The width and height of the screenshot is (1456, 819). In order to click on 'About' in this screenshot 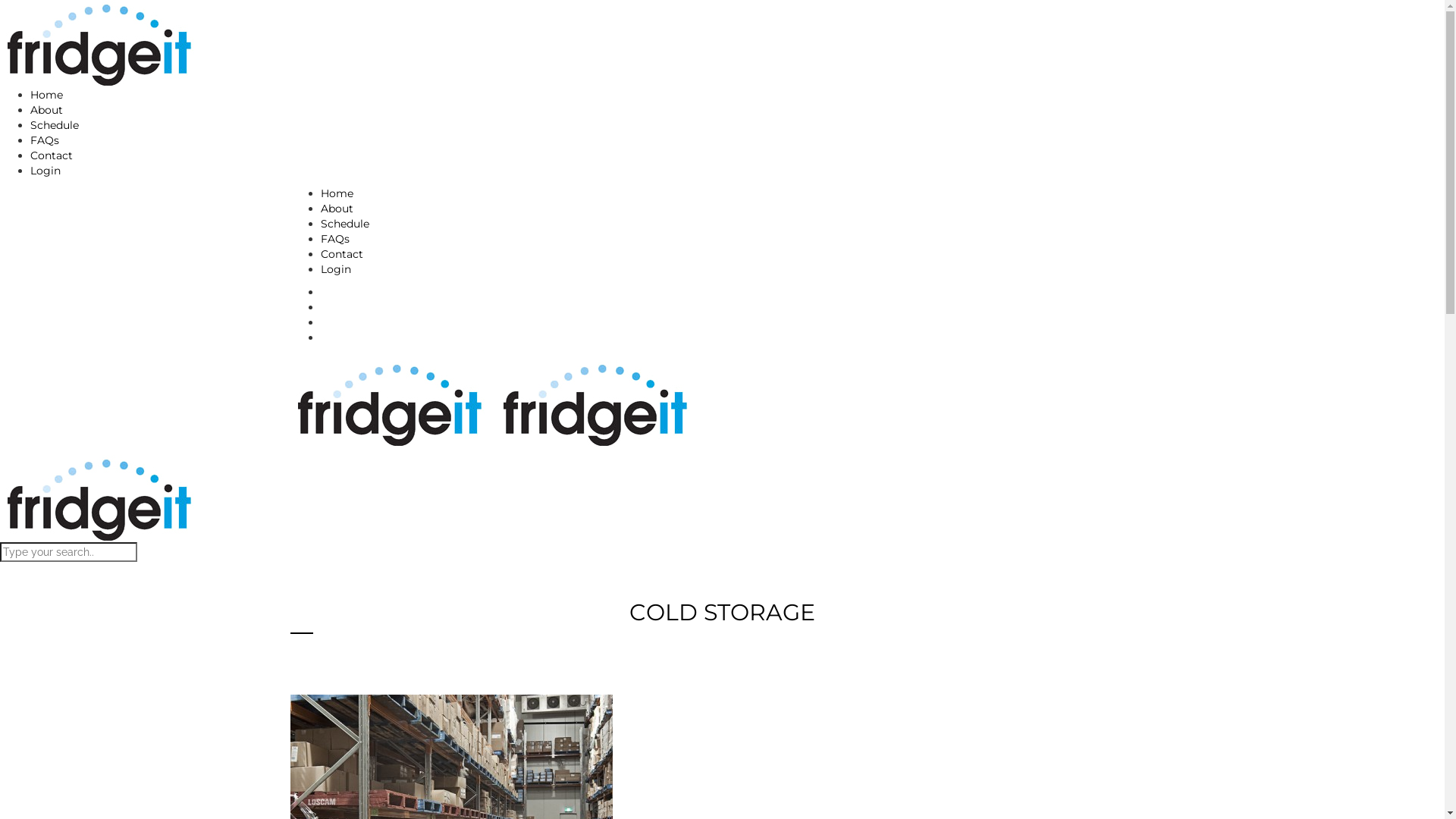, I will do `click(335, 208)`.